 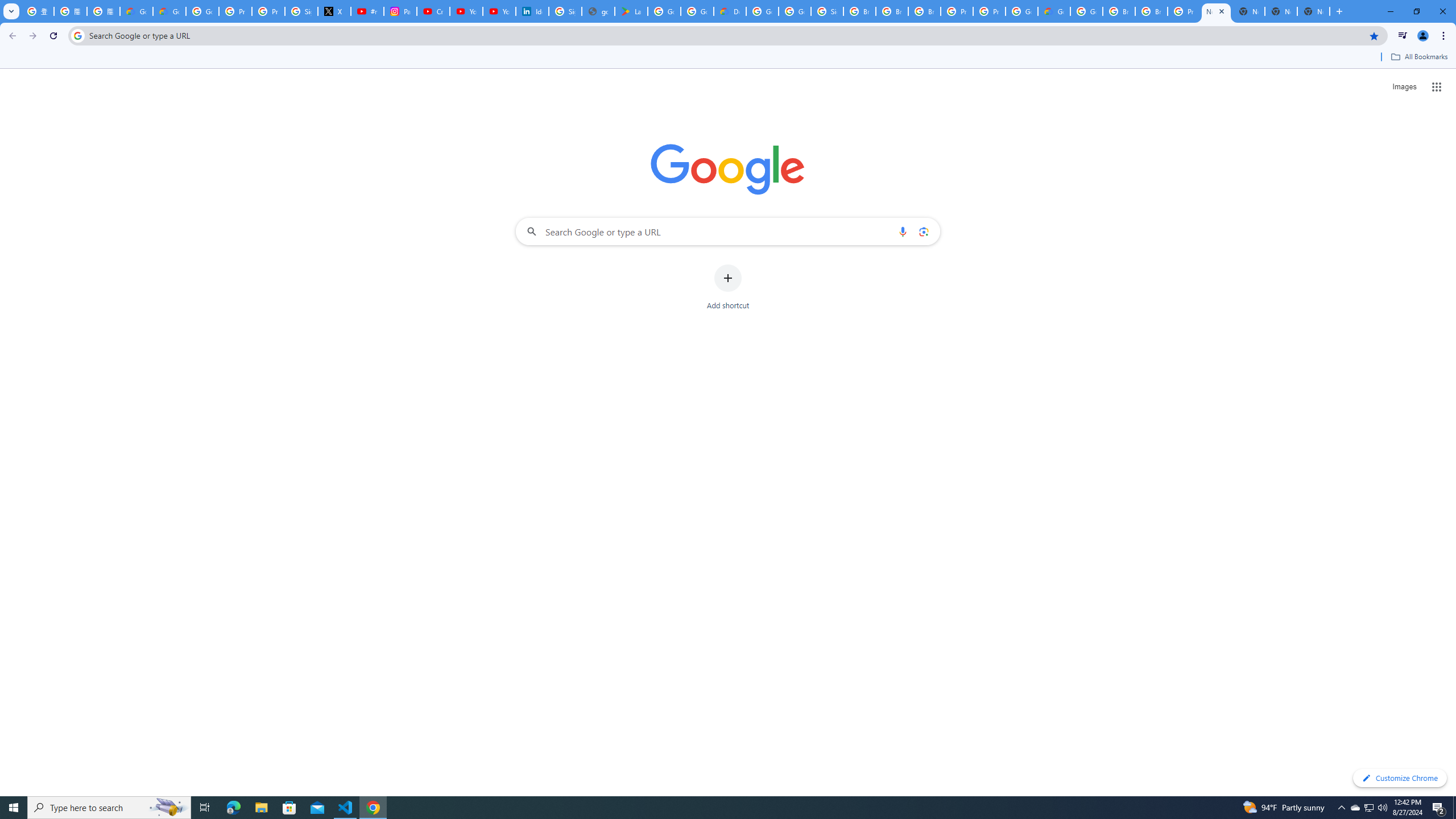 I want to click on 'Add shortcut', so click(x=728, y=287).